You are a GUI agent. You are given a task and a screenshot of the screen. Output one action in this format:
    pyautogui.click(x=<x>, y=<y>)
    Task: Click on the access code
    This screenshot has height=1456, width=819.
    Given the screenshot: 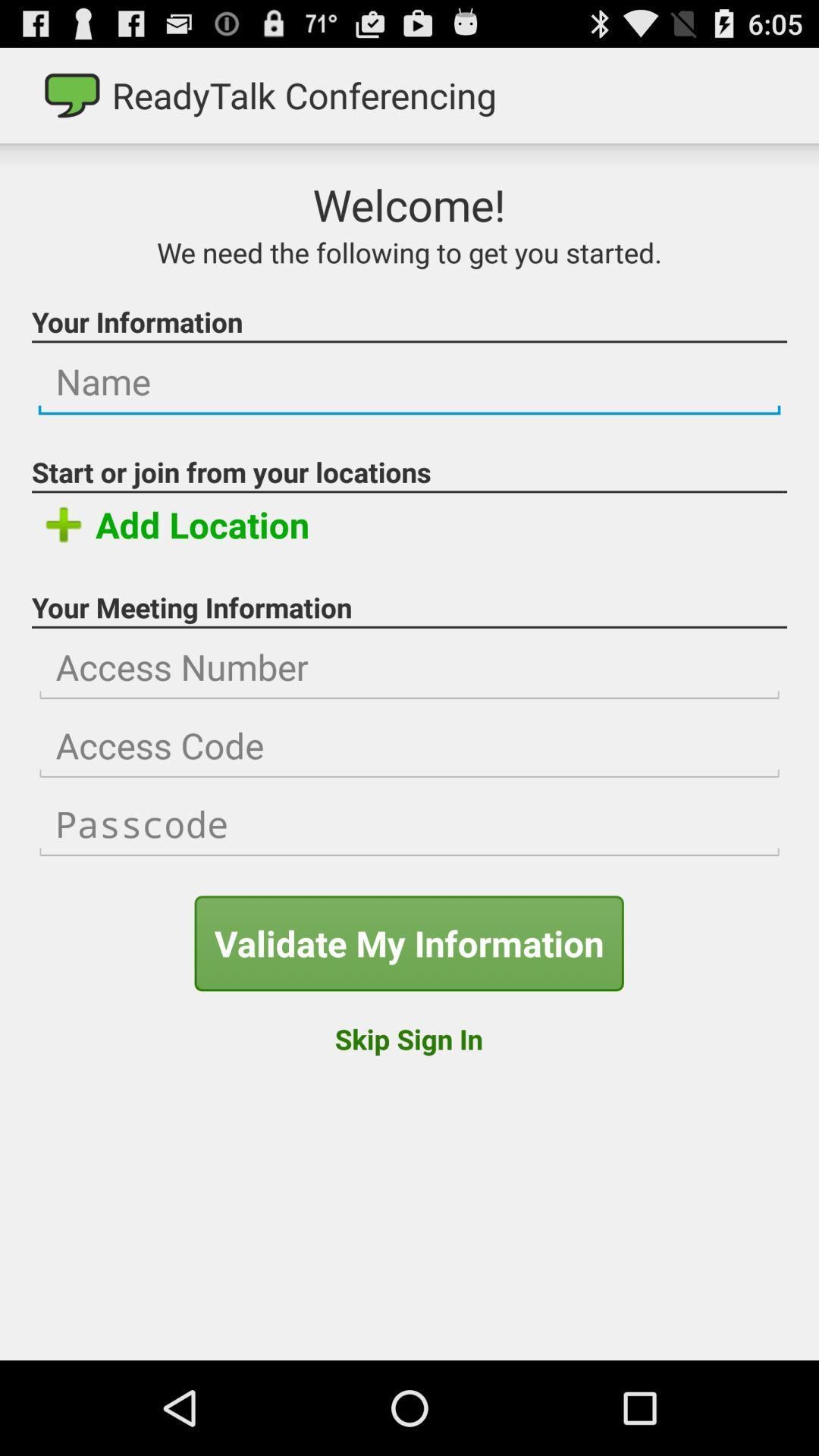 What is the action you would take?
    pyautogui.click(x=409, y=745)
    